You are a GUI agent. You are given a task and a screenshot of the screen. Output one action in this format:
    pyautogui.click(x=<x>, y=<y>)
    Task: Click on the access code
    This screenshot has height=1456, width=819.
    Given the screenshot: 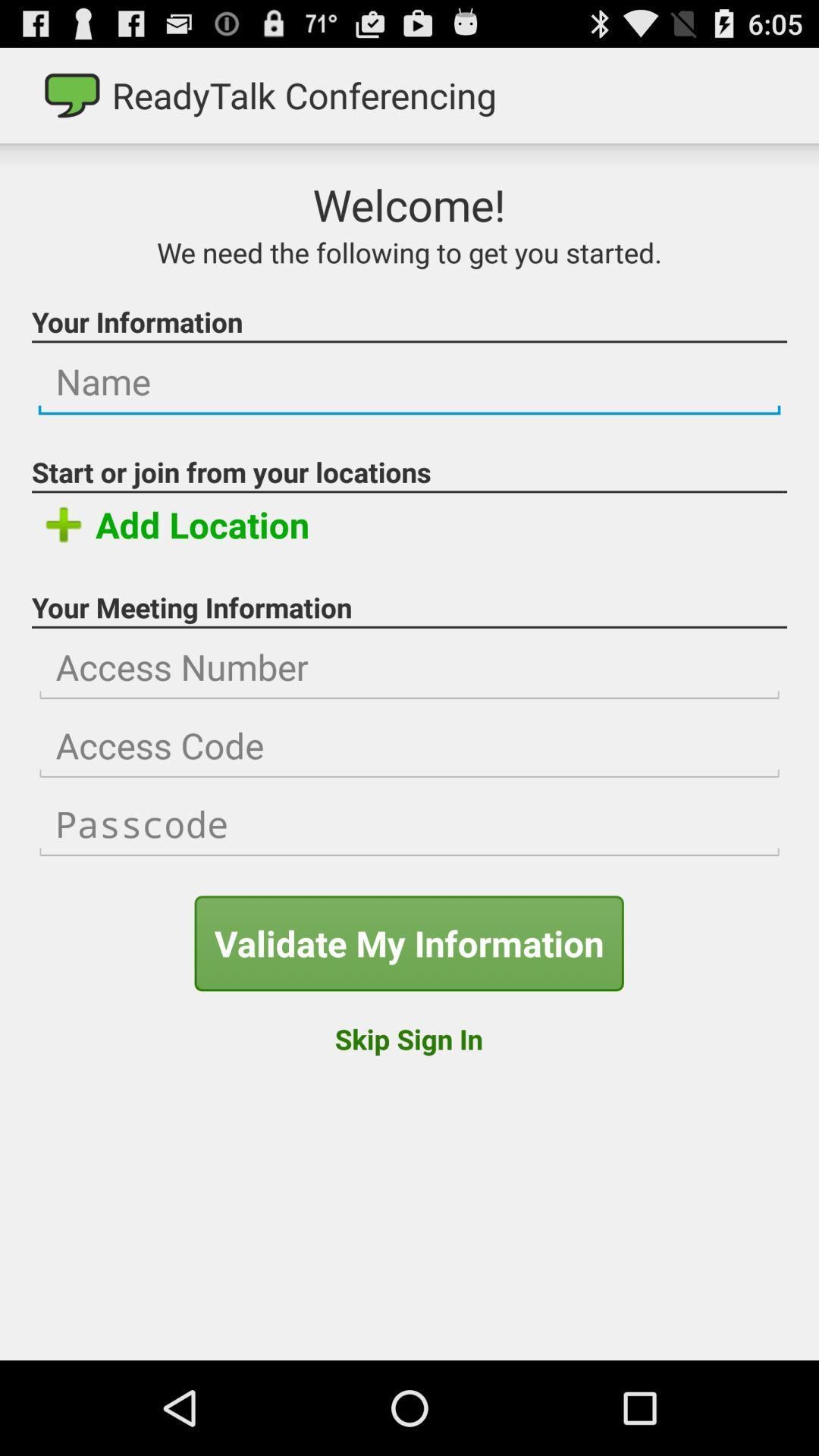 What is the action you would take?
    pyautogui.click(x=409, y=745)
    